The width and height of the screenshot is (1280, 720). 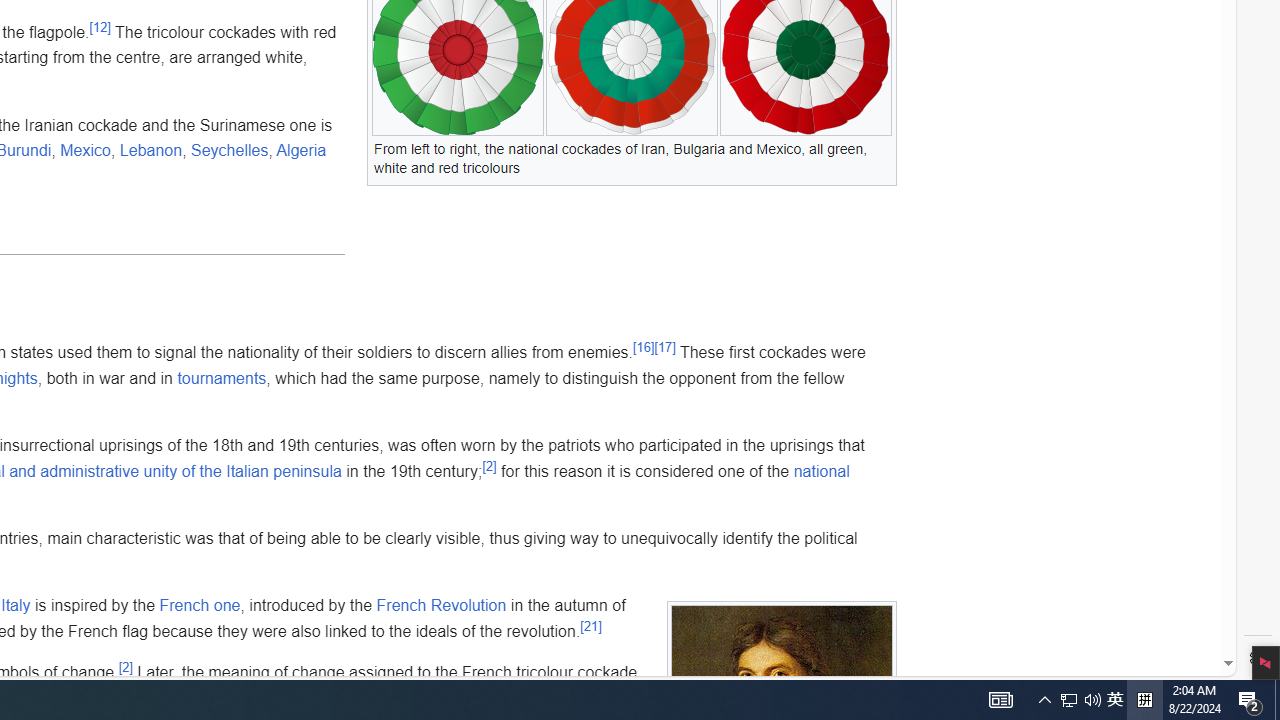 What do you see at coordinates (222, 378) in the screenshot?
I see `'tournaments'` at bounding box center [222, 378].